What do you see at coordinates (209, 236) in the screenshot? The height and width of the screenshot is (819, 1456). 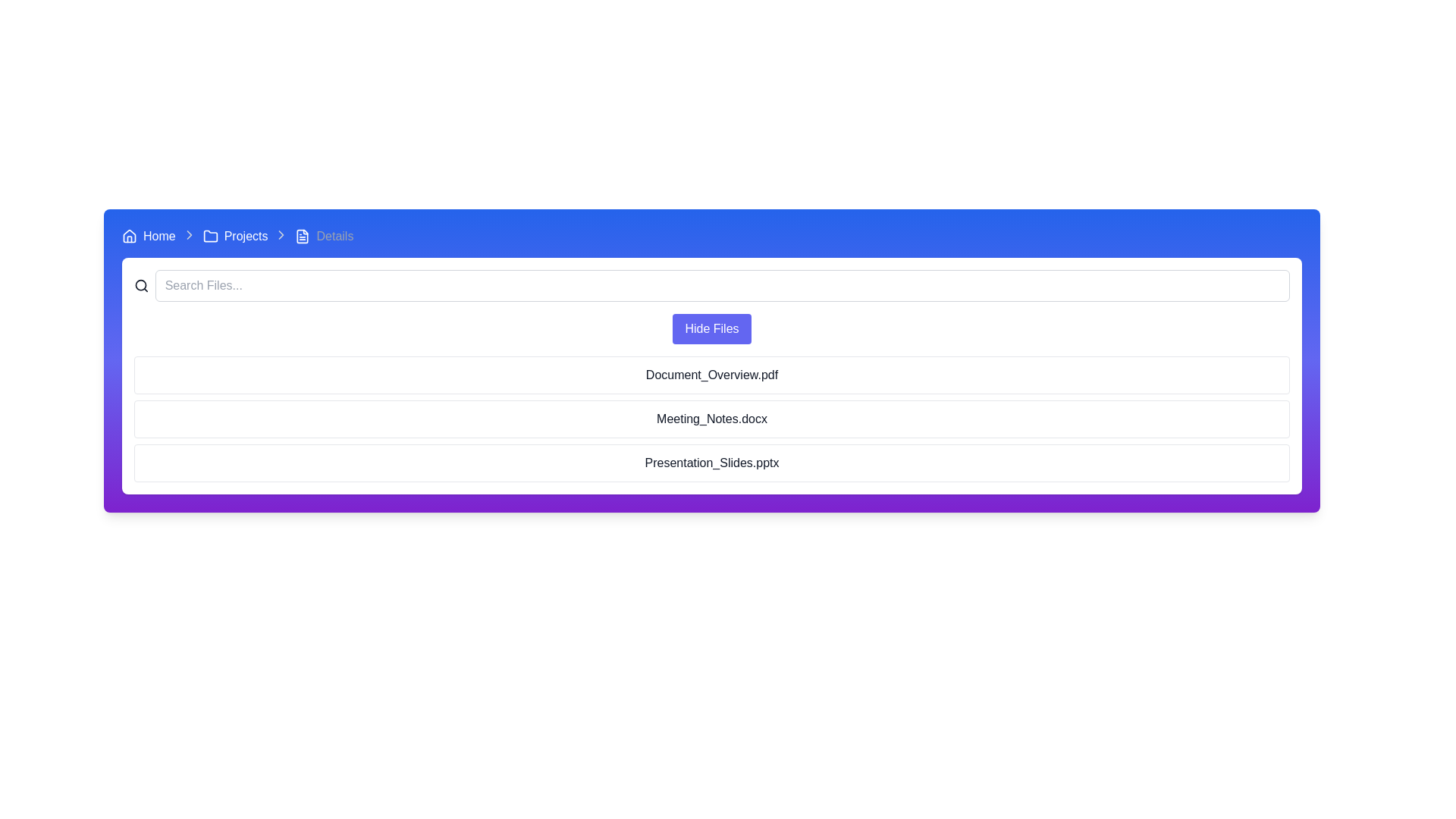 I see `the folder icon in the navigation breadcrumb, located before the text label 'Projects'` at bounding box center [209, 236].